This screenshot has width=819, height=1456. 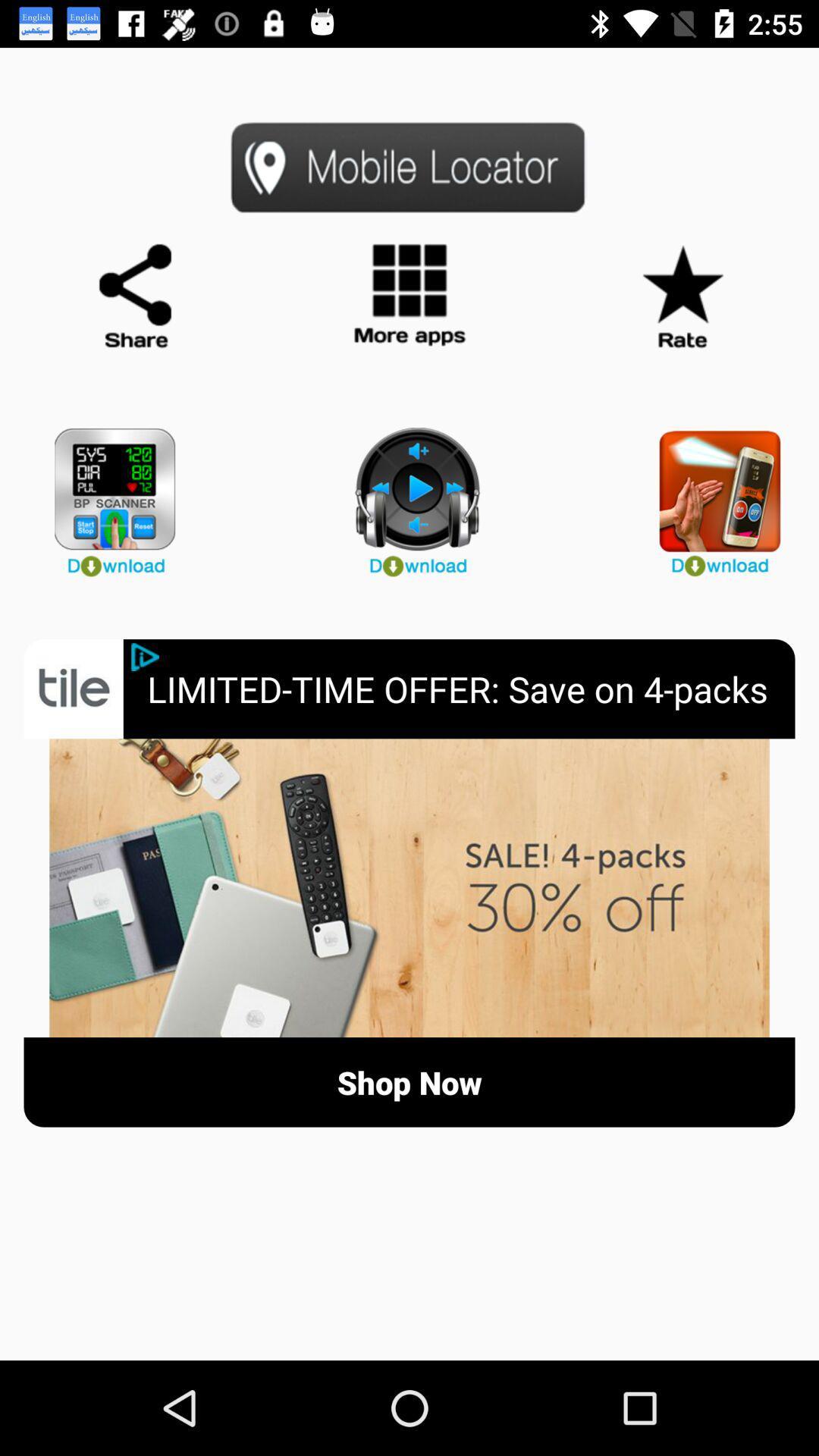 I want to click on rate the application, so click(x=681, y=297).